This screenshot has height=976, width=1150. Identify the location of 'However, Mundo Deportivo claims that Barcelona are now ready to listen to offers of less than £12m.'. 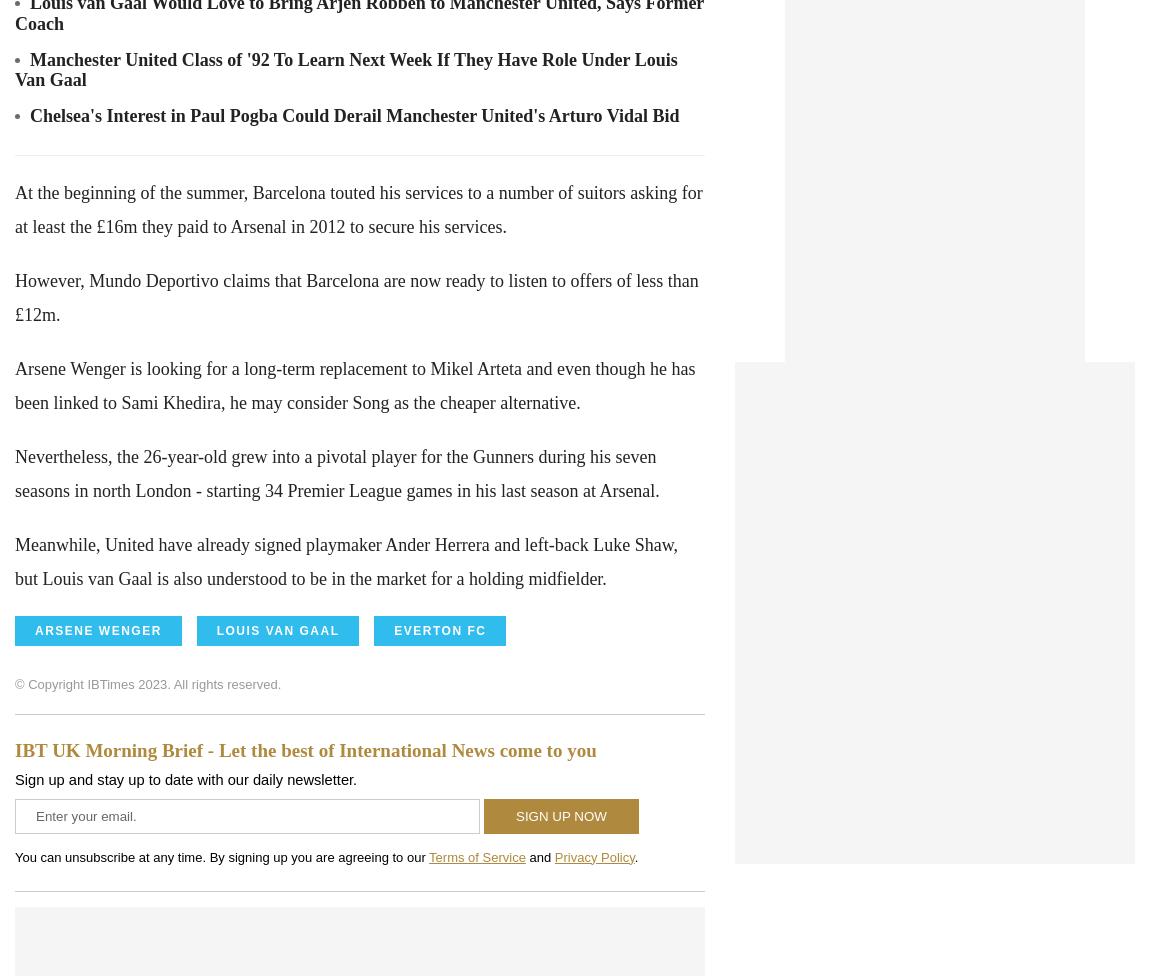
(356, 296).